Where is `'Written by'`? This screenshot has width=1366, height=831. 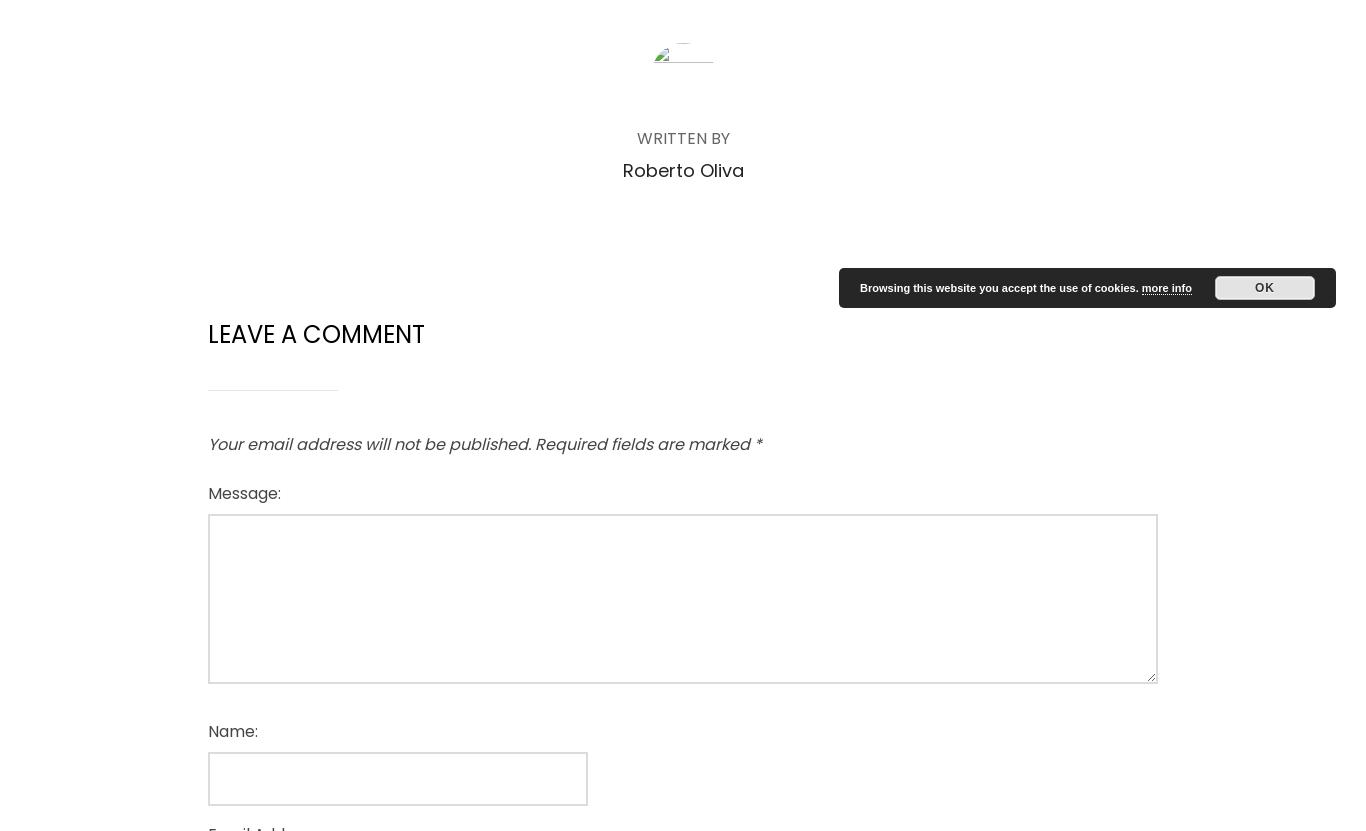 'Written by' is located at coordinates (681, 138).